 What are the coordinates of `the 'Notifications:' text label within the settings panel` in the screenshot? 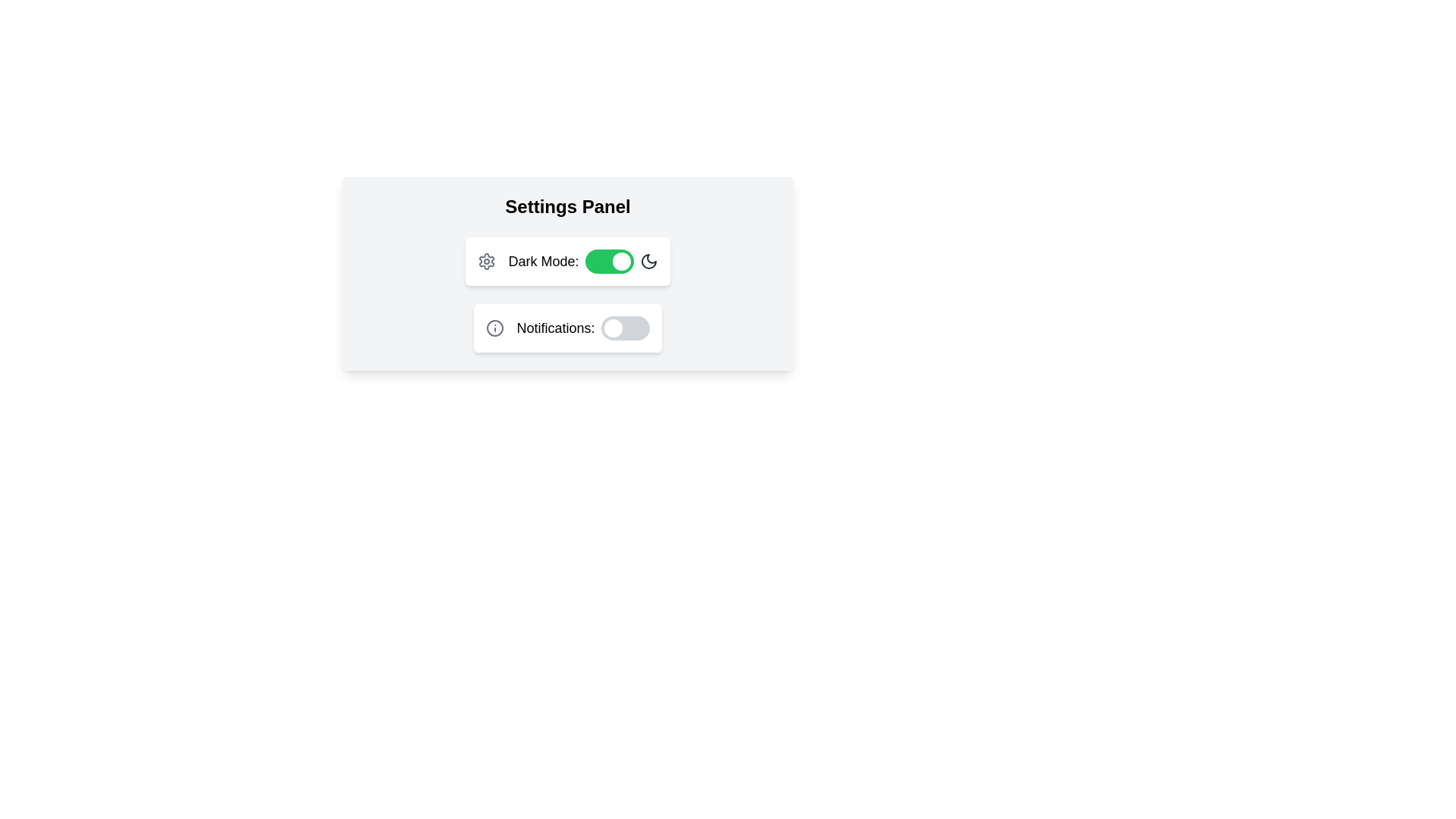 It's located at (582, 327).